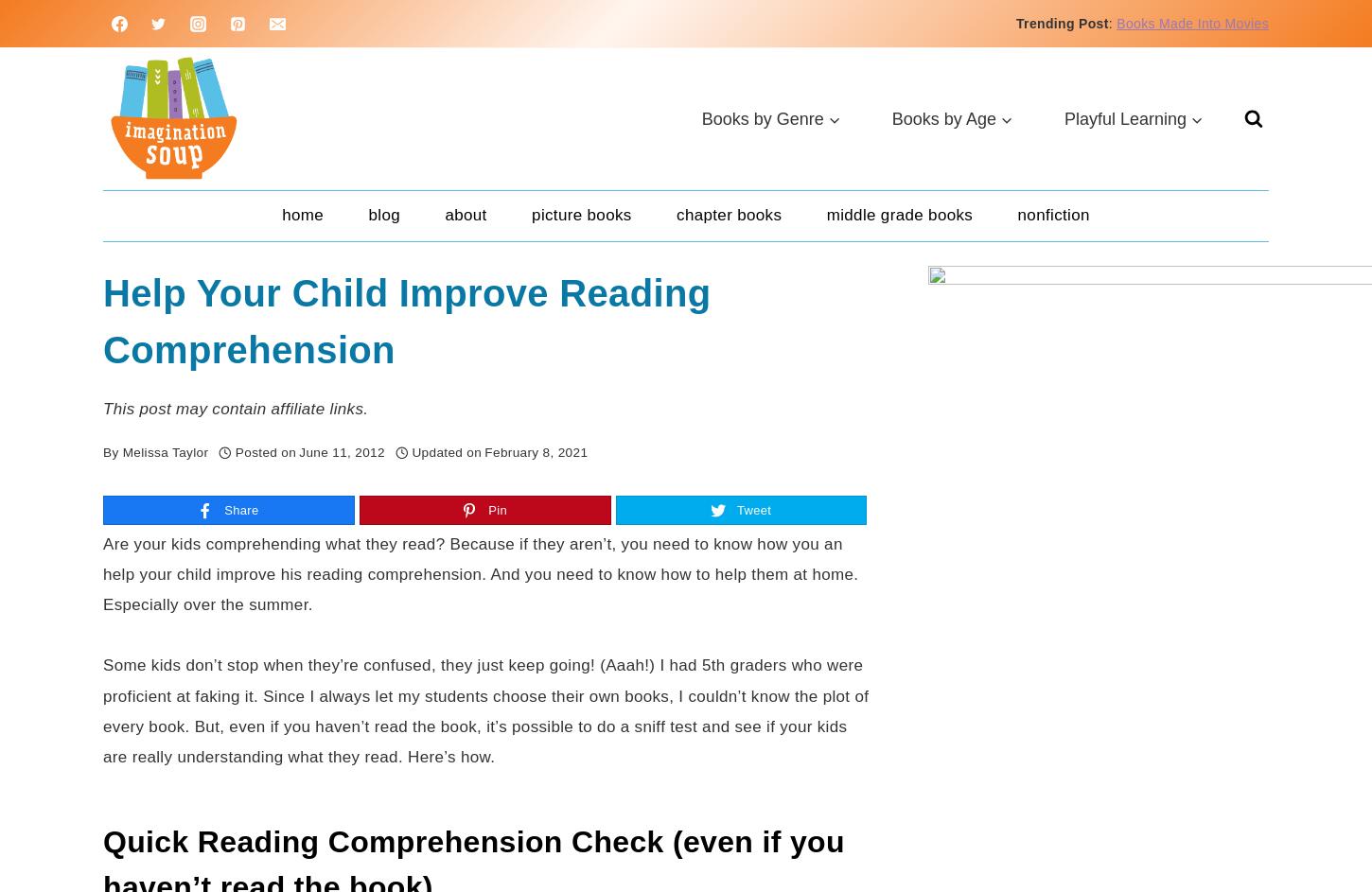 This screenshot has width=1372, height=892. I want to click on 'Middle Grade Books', so click(898, 215).